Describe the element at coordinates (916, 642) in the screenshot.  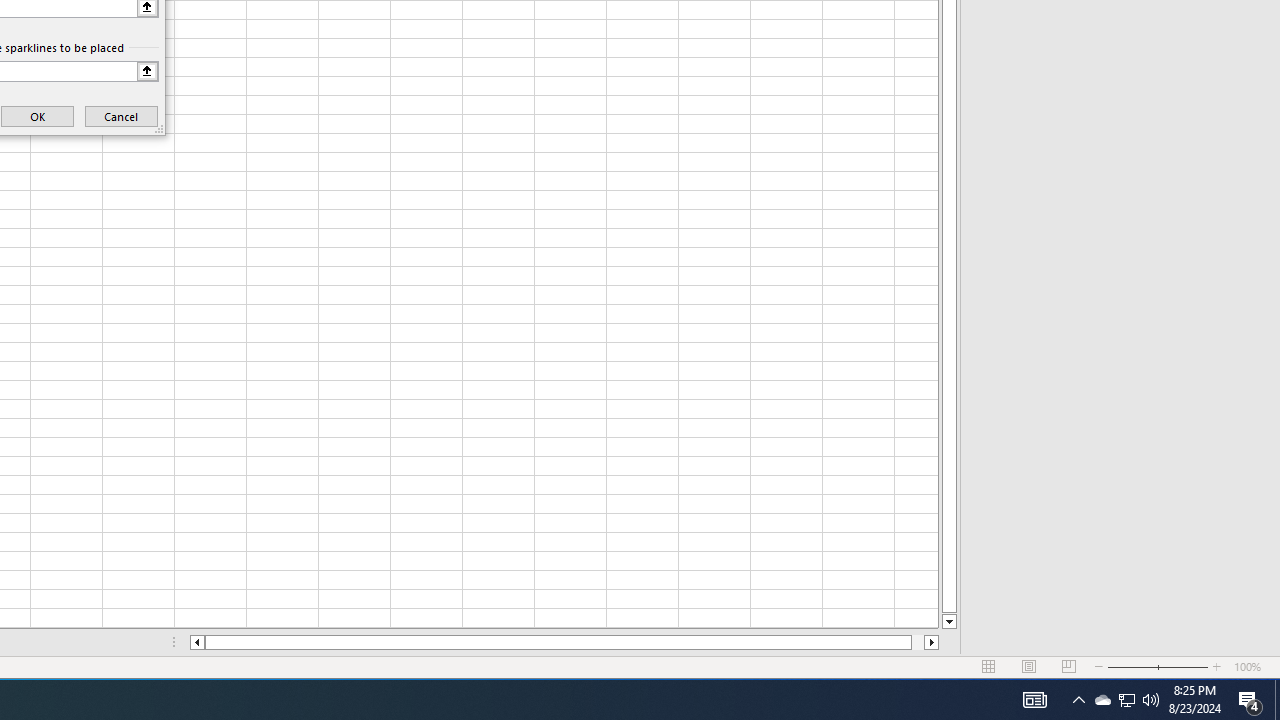
I see `'Page right'` at that location.